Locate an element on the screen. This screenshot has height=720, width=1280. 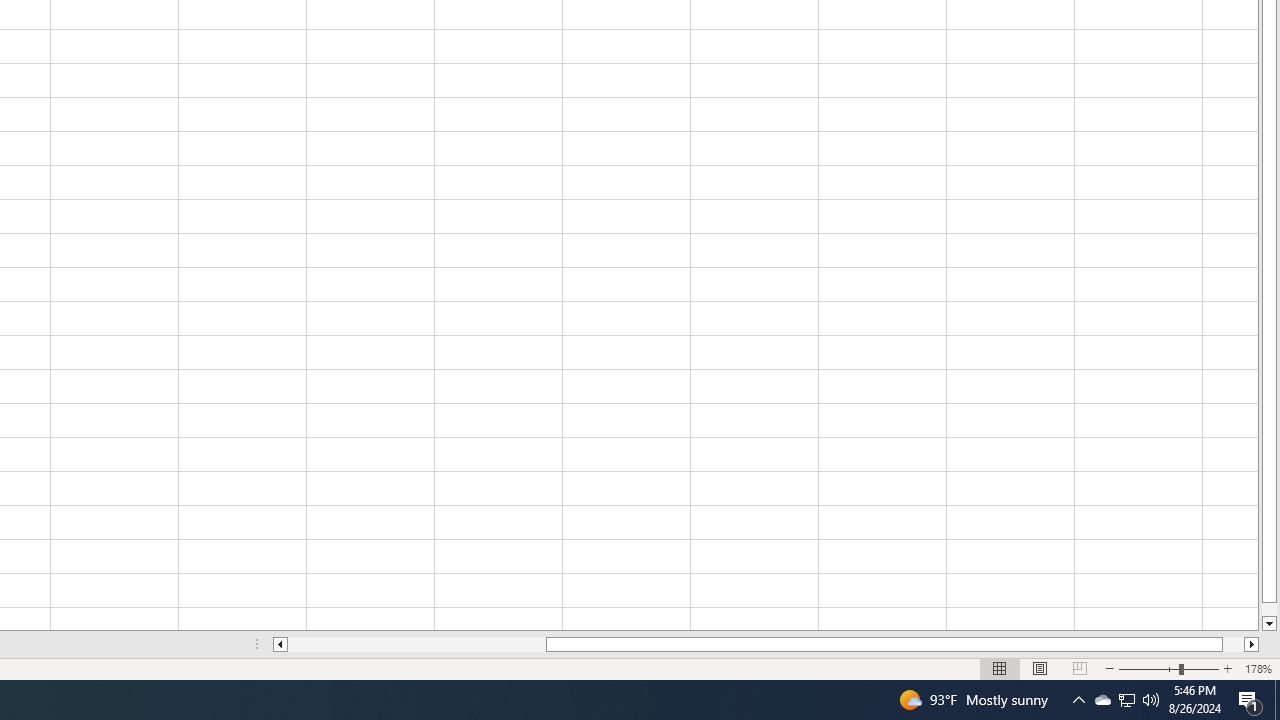
'Page left' is located at coordinates (416, 644).